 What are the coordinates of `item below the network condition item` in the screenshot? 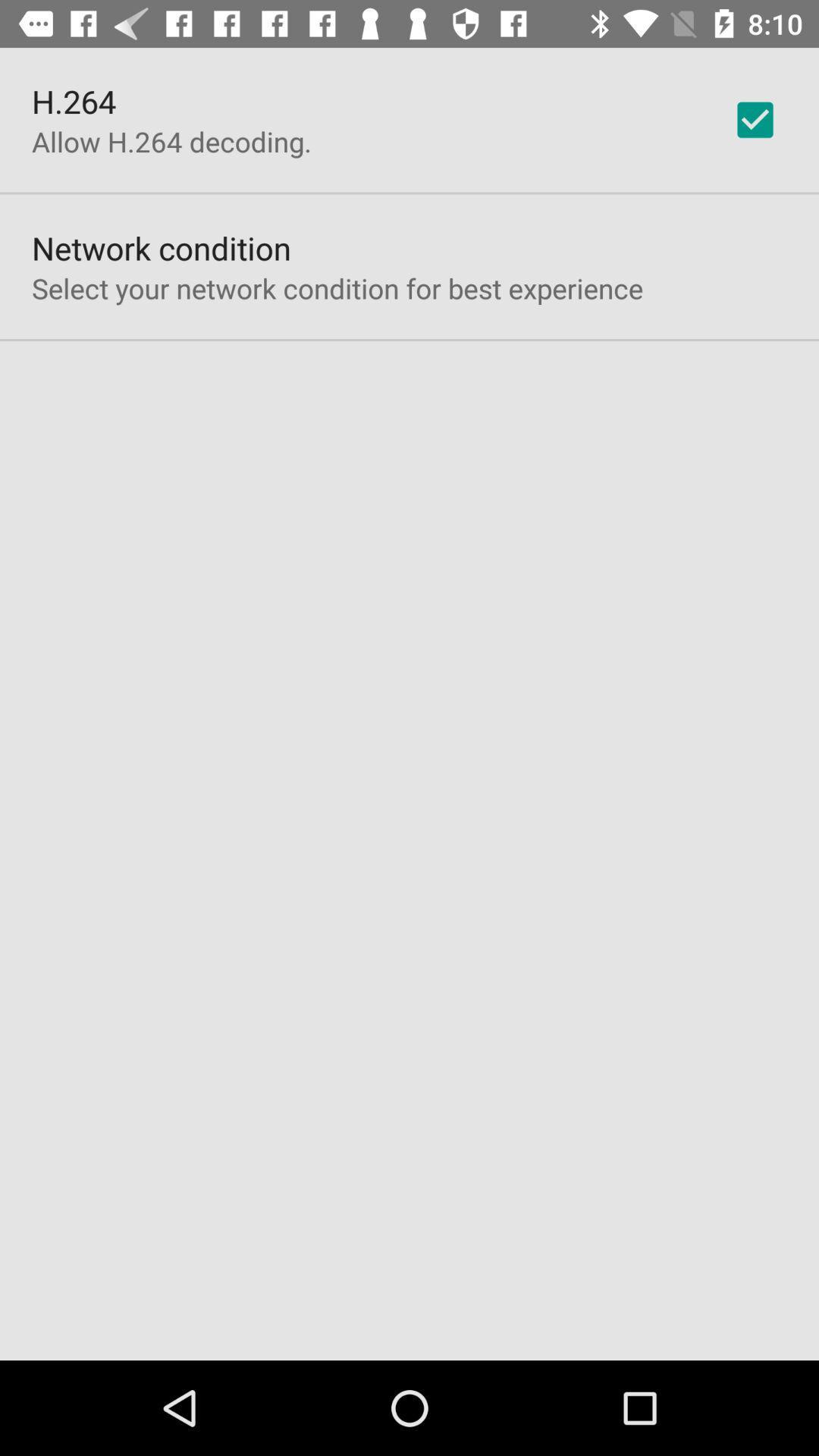 It's located at (337, 288).